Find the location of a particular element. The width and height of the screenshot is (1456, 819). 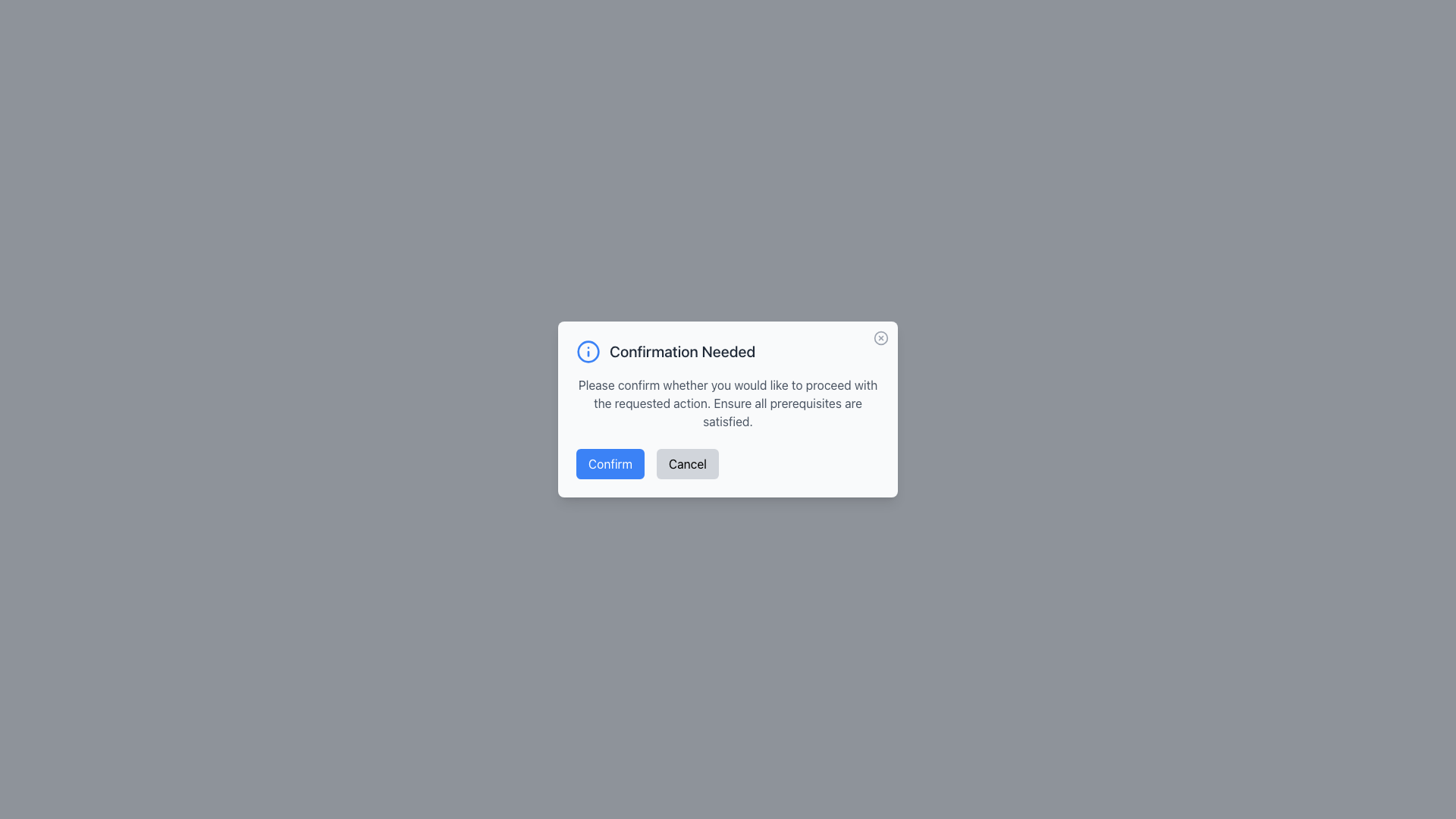

the 'Confirm' button, which has a blue background and white text, located at the bottom section of a dialog box, to trigger its hover effect is located at coordinates (610, 463).